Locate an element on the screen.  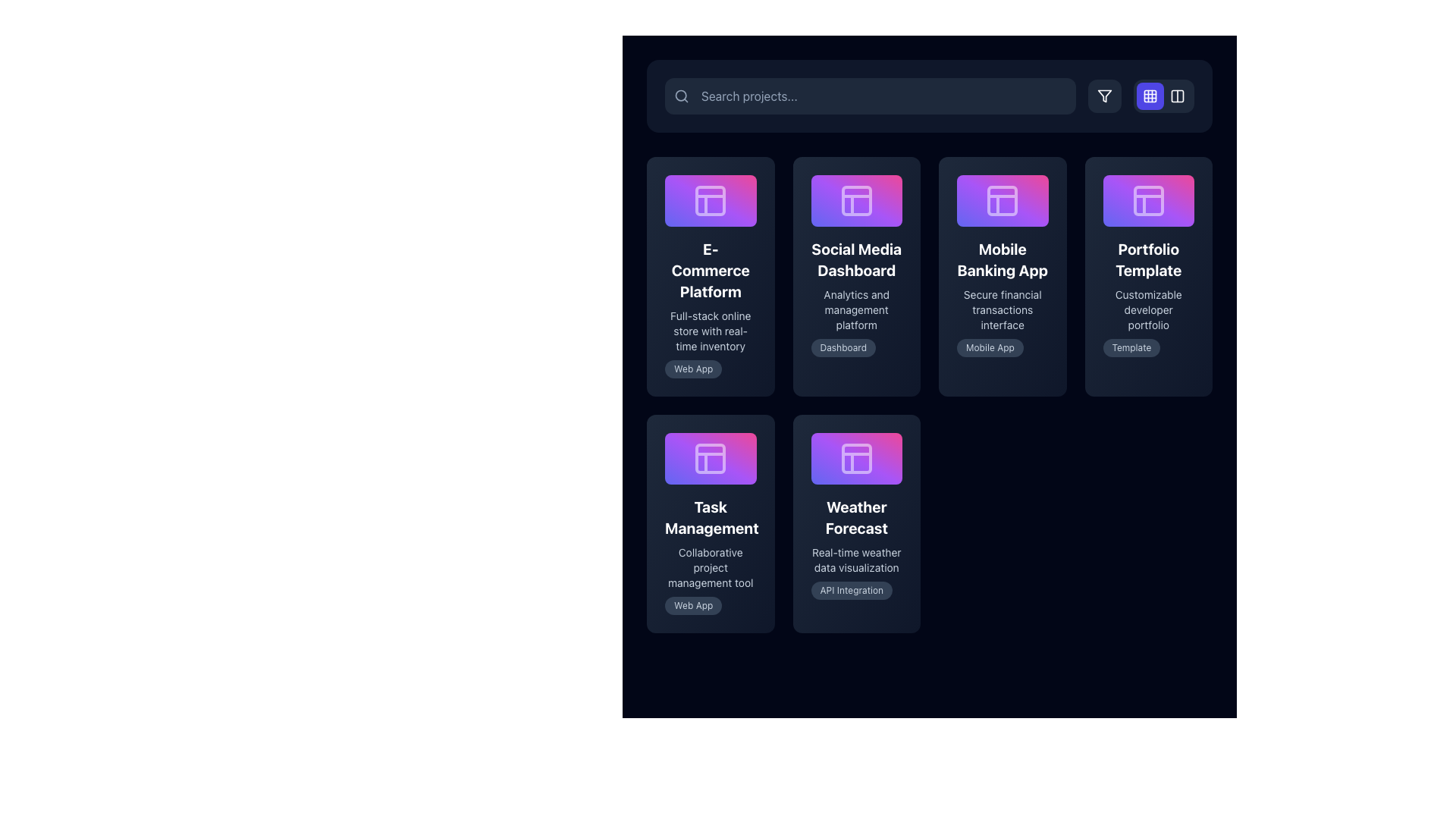
the Icon with decorative background associated with the 'Portfolio Template' card, located in the top right quadrant of the card, directly above the text 'Portfolio Template' is located at coordinates (1148, 199).